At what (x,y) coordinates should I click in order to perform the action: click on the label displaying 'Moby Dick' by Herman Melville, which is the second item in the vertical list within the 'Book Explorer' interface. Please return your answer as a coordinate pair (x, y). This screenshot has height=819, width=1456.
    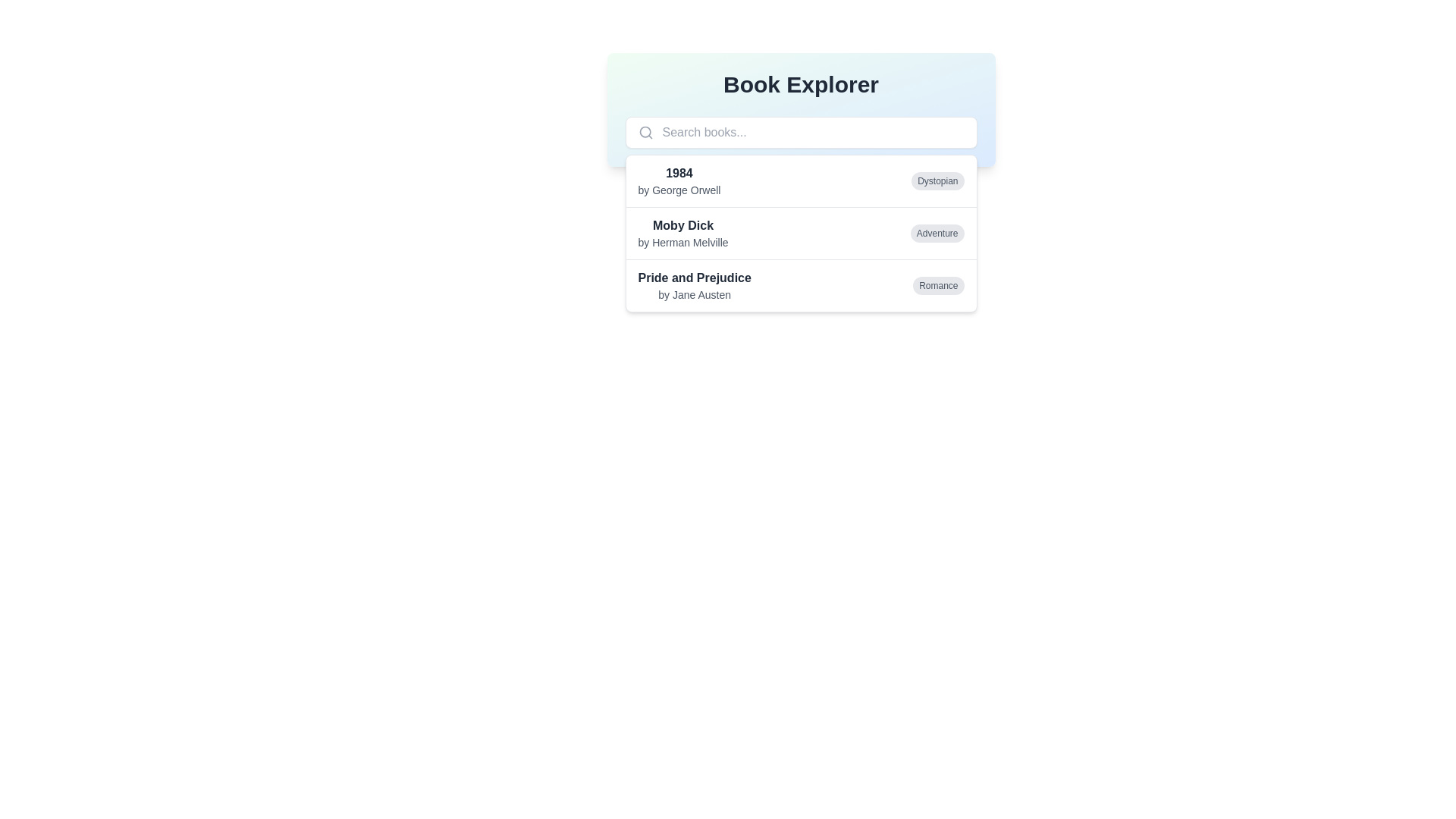
    Looking at the image, I should click on (682, 234).